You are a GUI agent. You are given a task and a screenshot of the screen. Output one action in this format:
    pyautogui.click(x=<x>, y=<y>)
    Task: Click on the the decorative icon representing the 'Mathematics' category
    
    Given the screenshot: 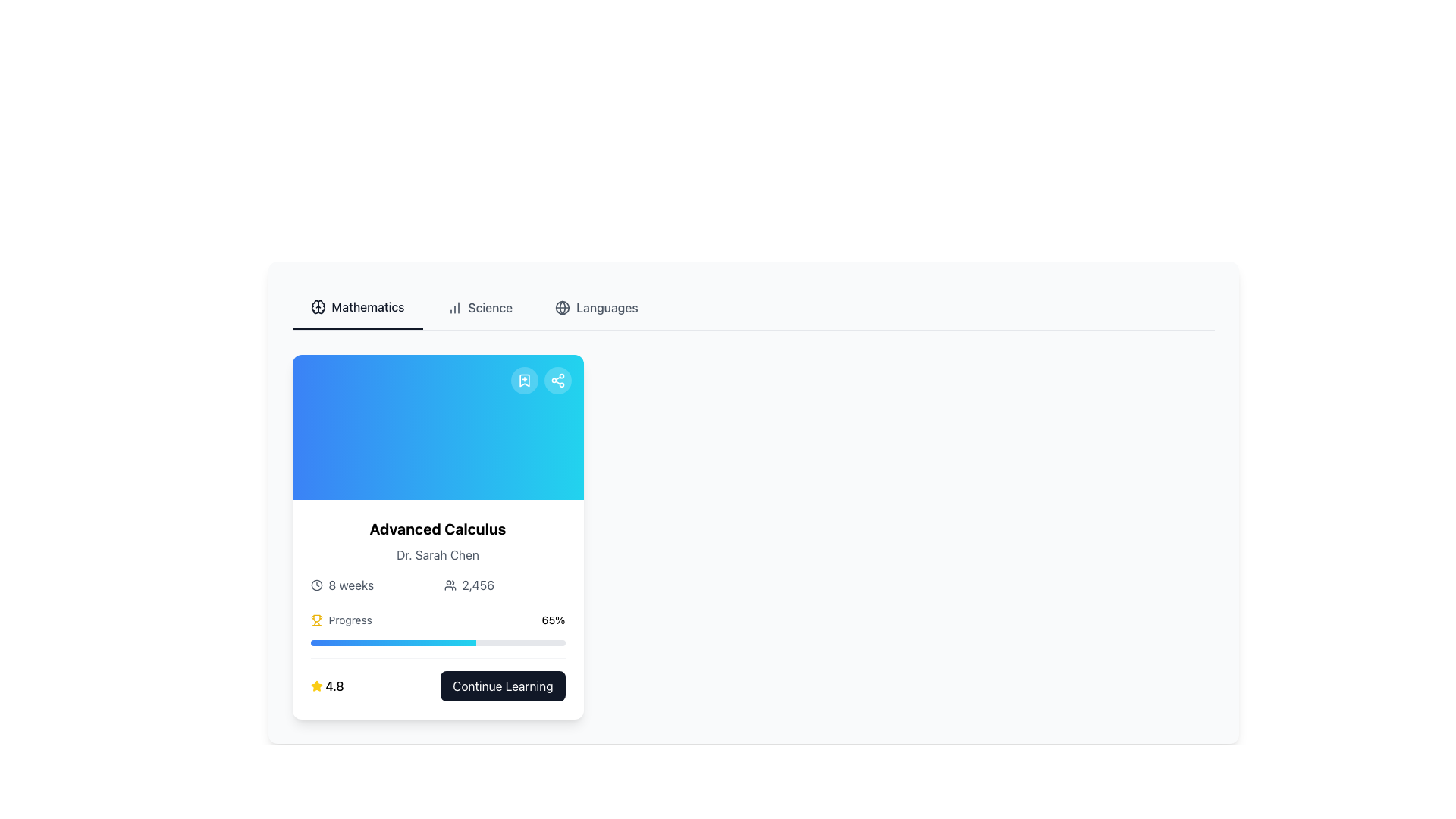 What is the action you would take?
    pyautogui.click(x=317, y=307)
    